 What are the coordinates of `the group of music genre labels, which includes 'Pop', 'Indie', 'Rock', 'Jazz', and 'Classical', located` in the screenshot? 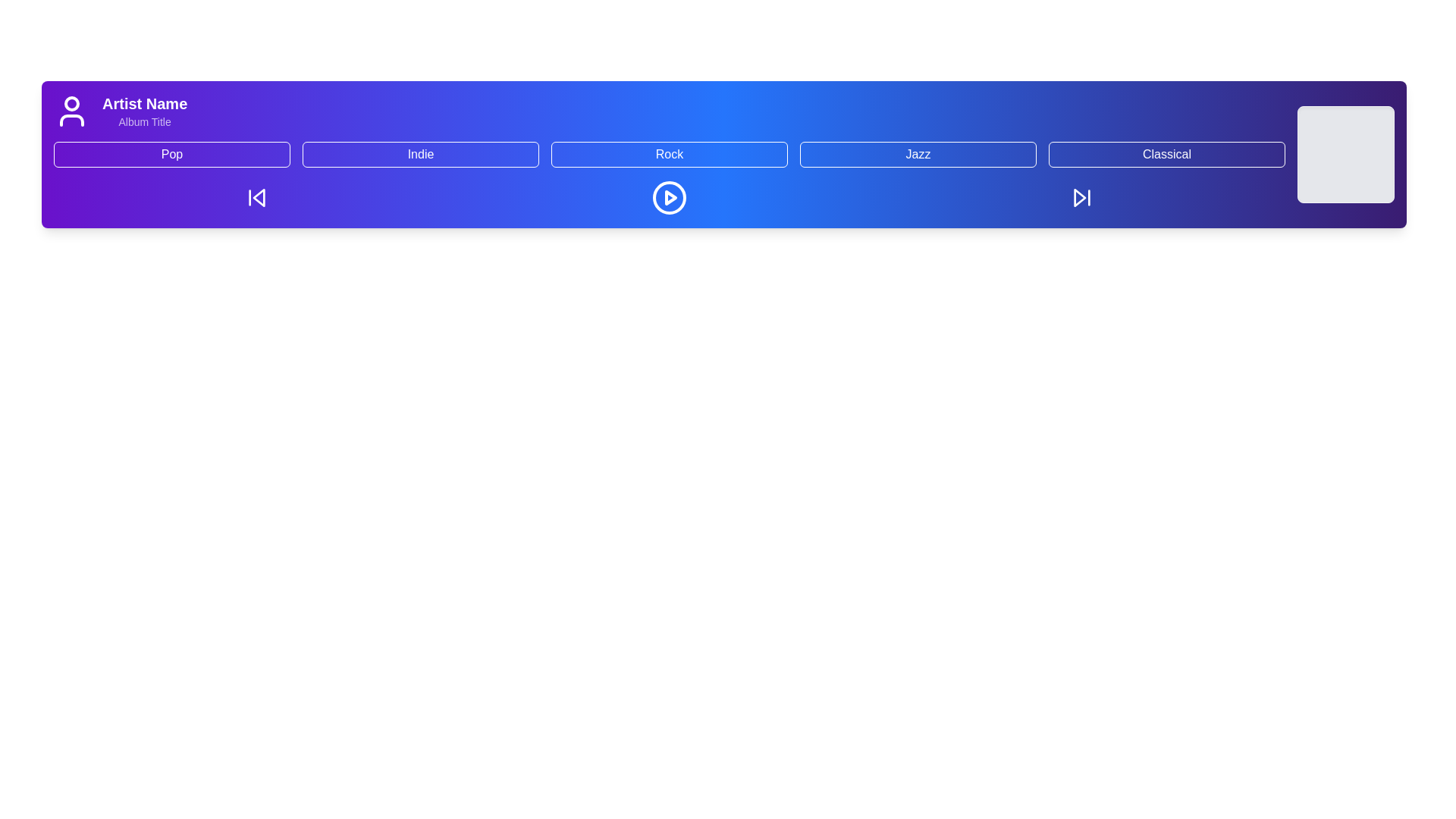 It's located at (669, 155).